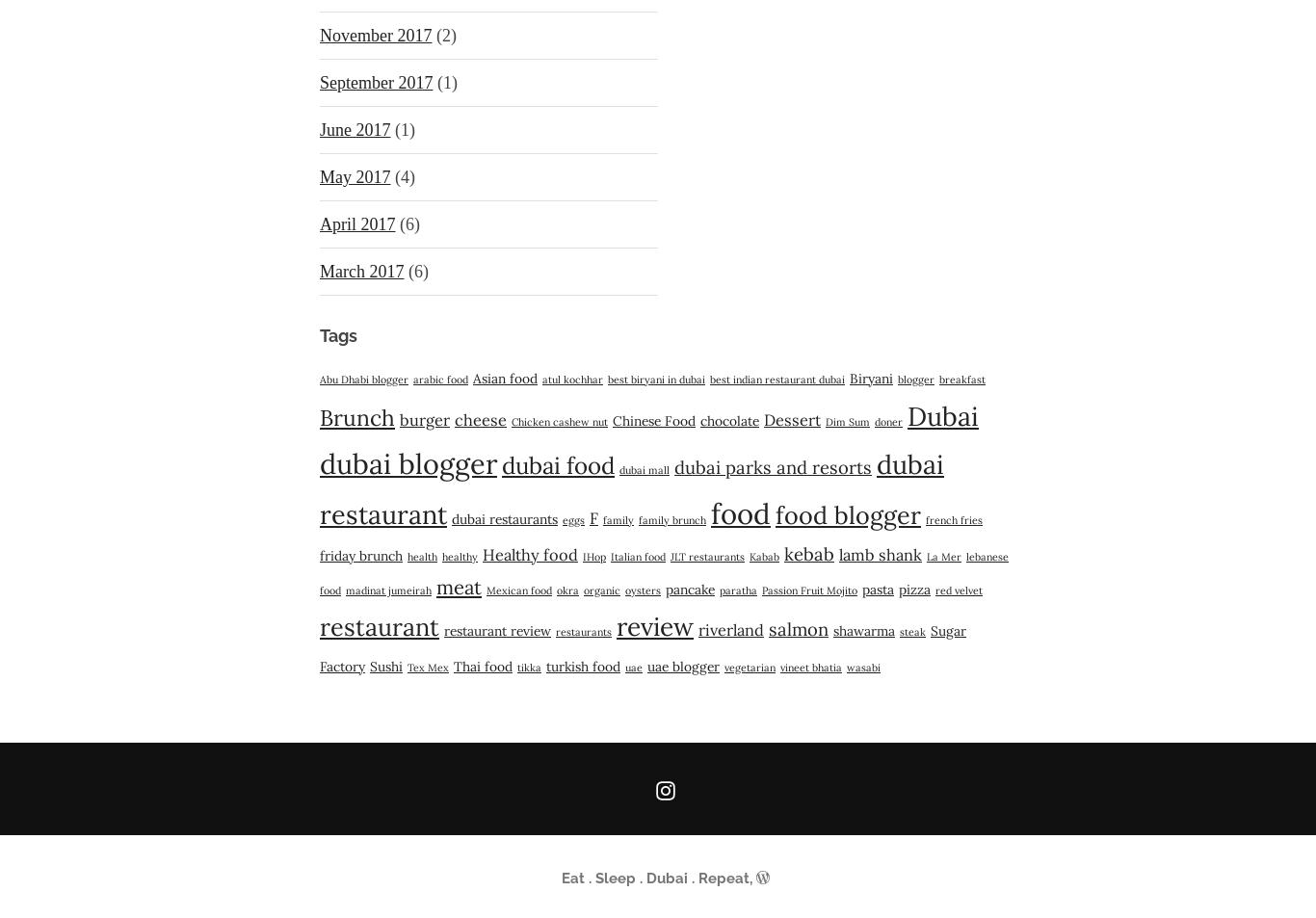  What do you see at coordinates (847, 515) in the screenshot?
I see `'food blogger'` at bounding box center [847, 515].